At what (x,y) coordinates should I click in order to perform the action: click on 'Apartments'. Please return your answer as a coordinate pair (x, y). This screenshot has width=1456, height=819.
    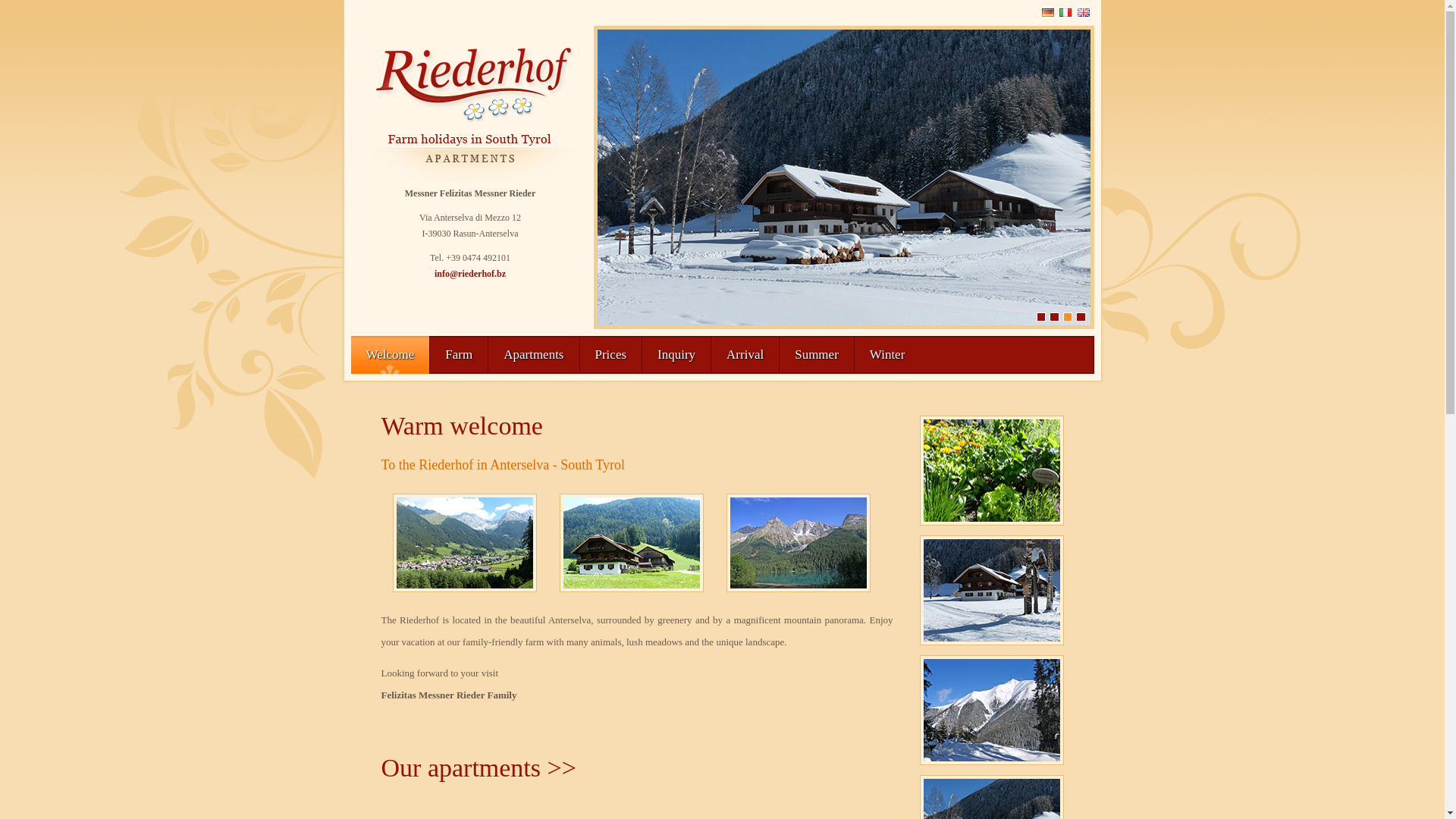
    Looking at the image, I should click on (533, 354).